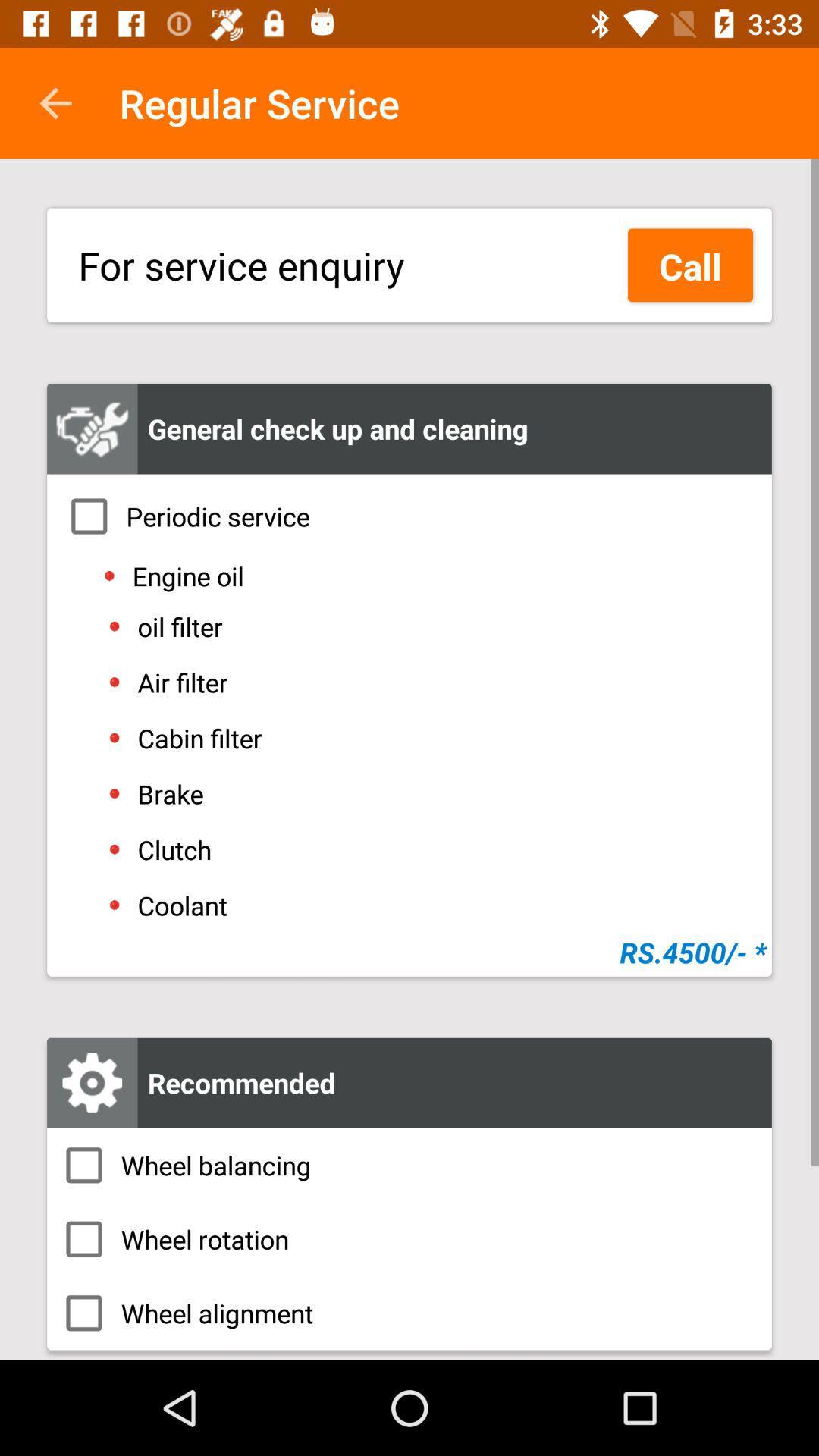 The image size is (819, 1456). I want to click on the item to the left of regular service icon, so click(55, 102).